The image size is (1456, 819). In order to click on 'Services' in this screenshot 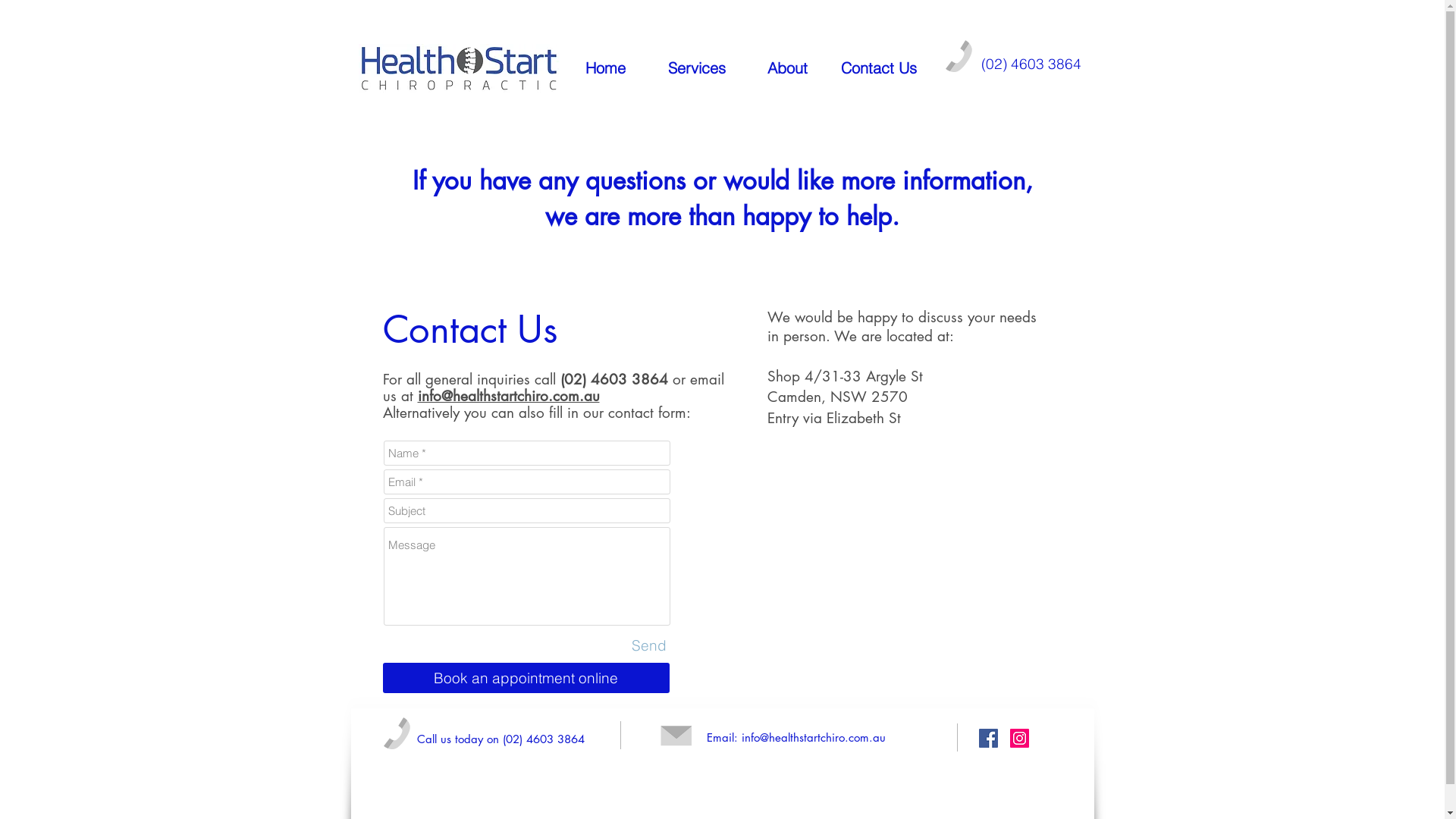, I will do `click(695, 67)`.